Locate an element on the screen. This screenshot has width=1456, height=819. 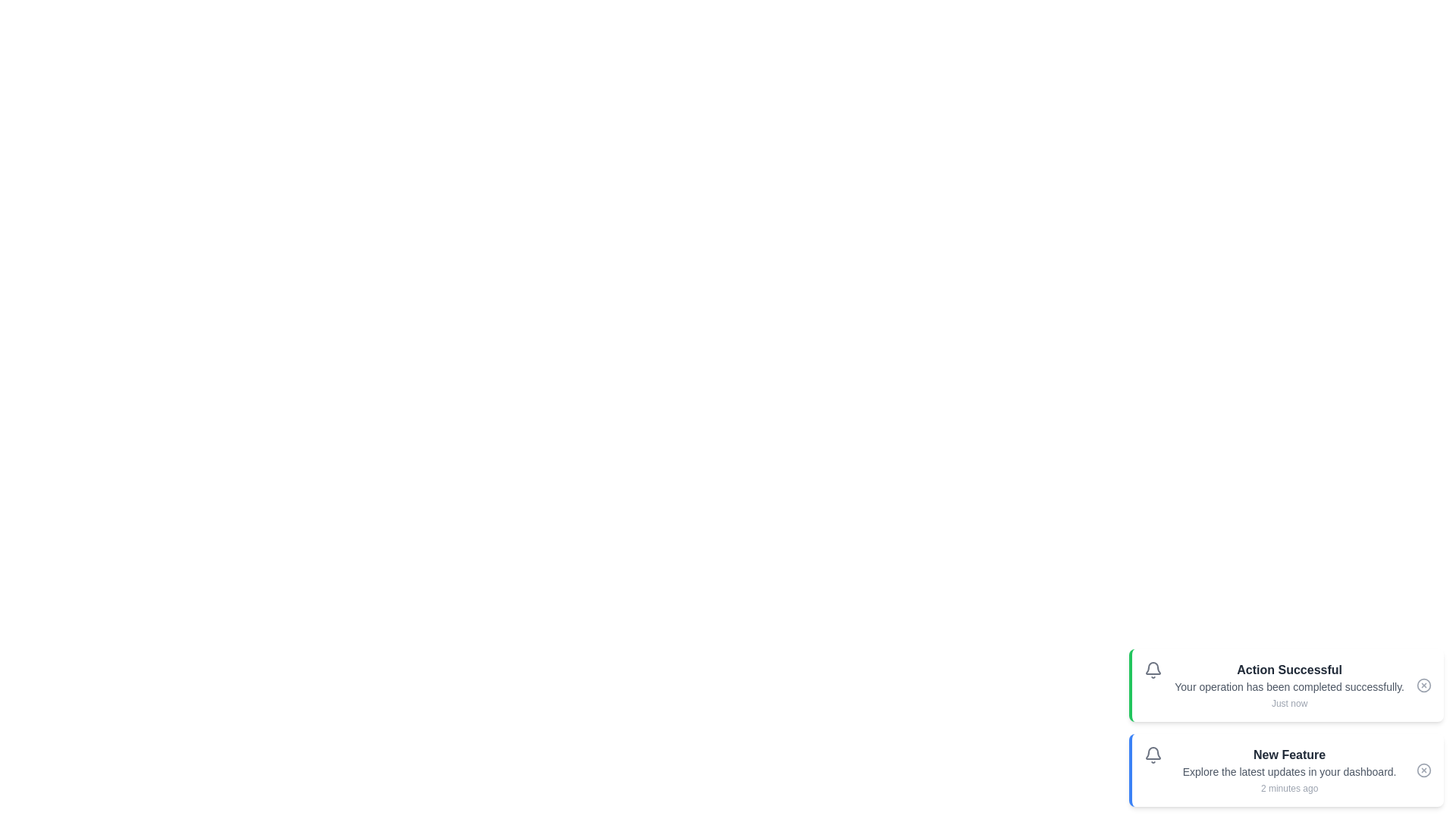
the text label displaying 'Action Successful' in bold, dark gray font, located inside the upper notification card with a green side border is located at coordinates (1288, 669).